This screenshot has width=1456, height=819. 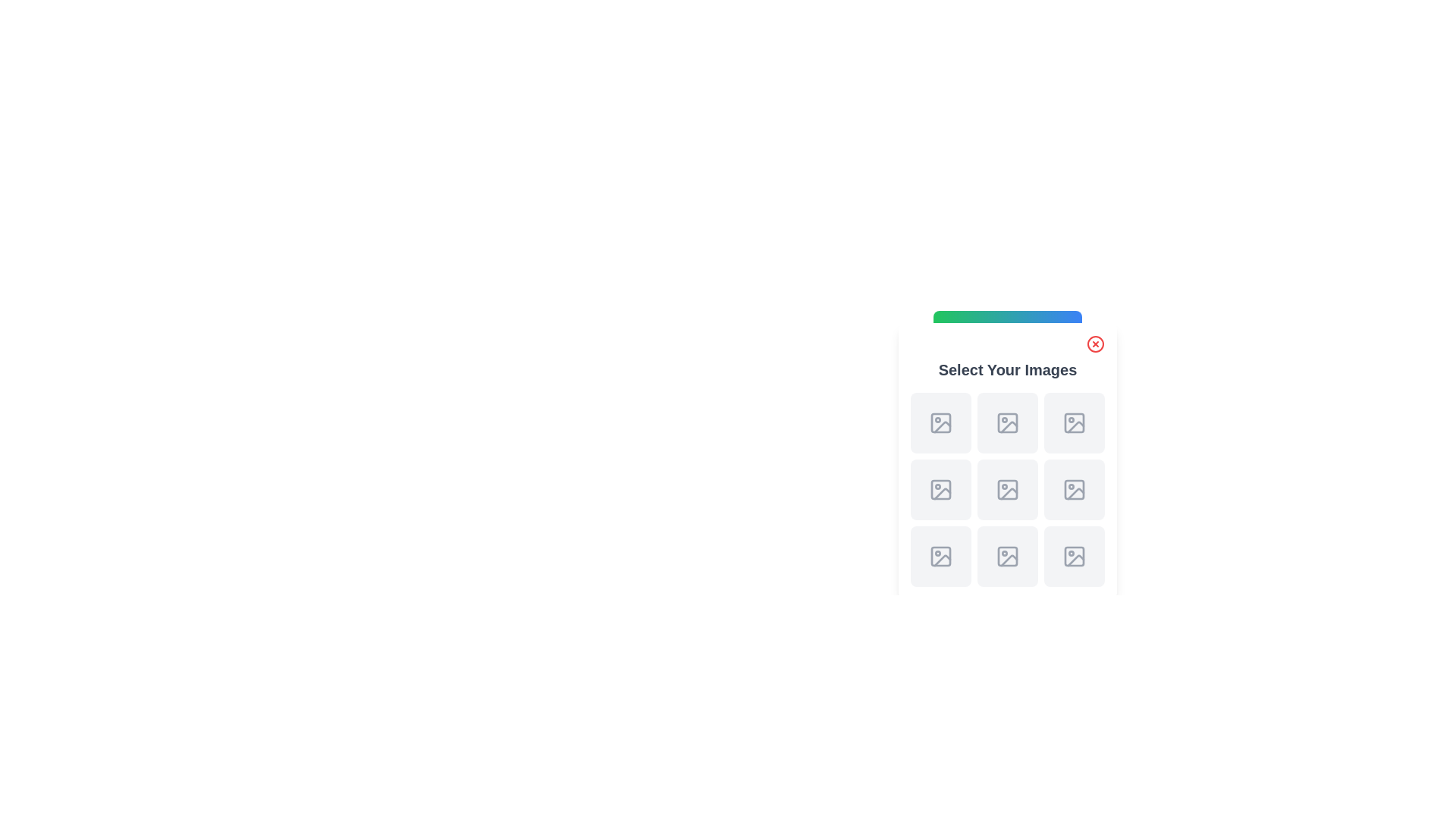 I want to click on the light gray picture icon located in the second row, third column of a 3x3 grid, so click(x=1073, y=423).